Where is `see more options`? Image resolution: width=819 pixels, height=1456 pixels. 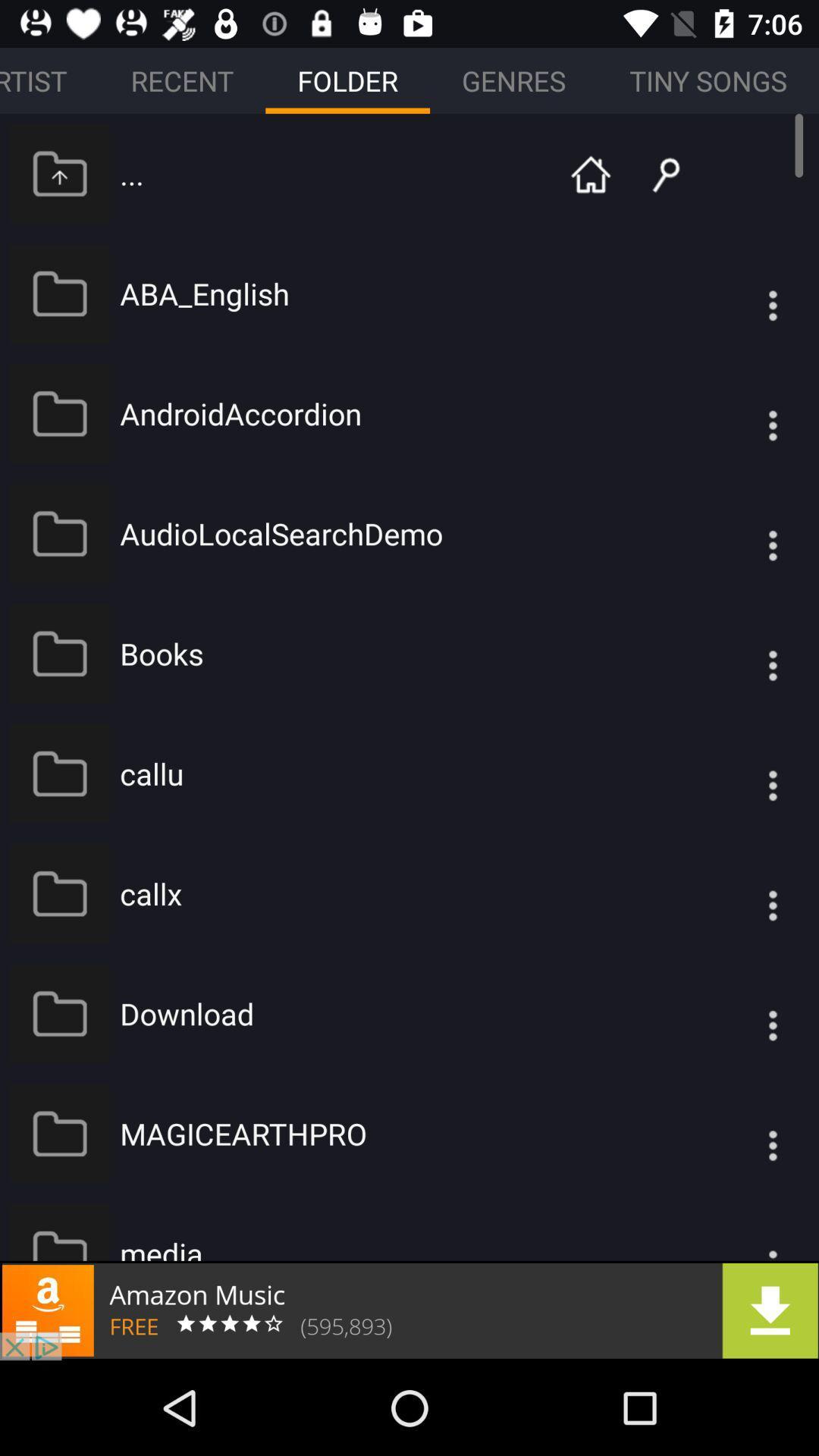
see more options is located at coordinates (742, 1013).